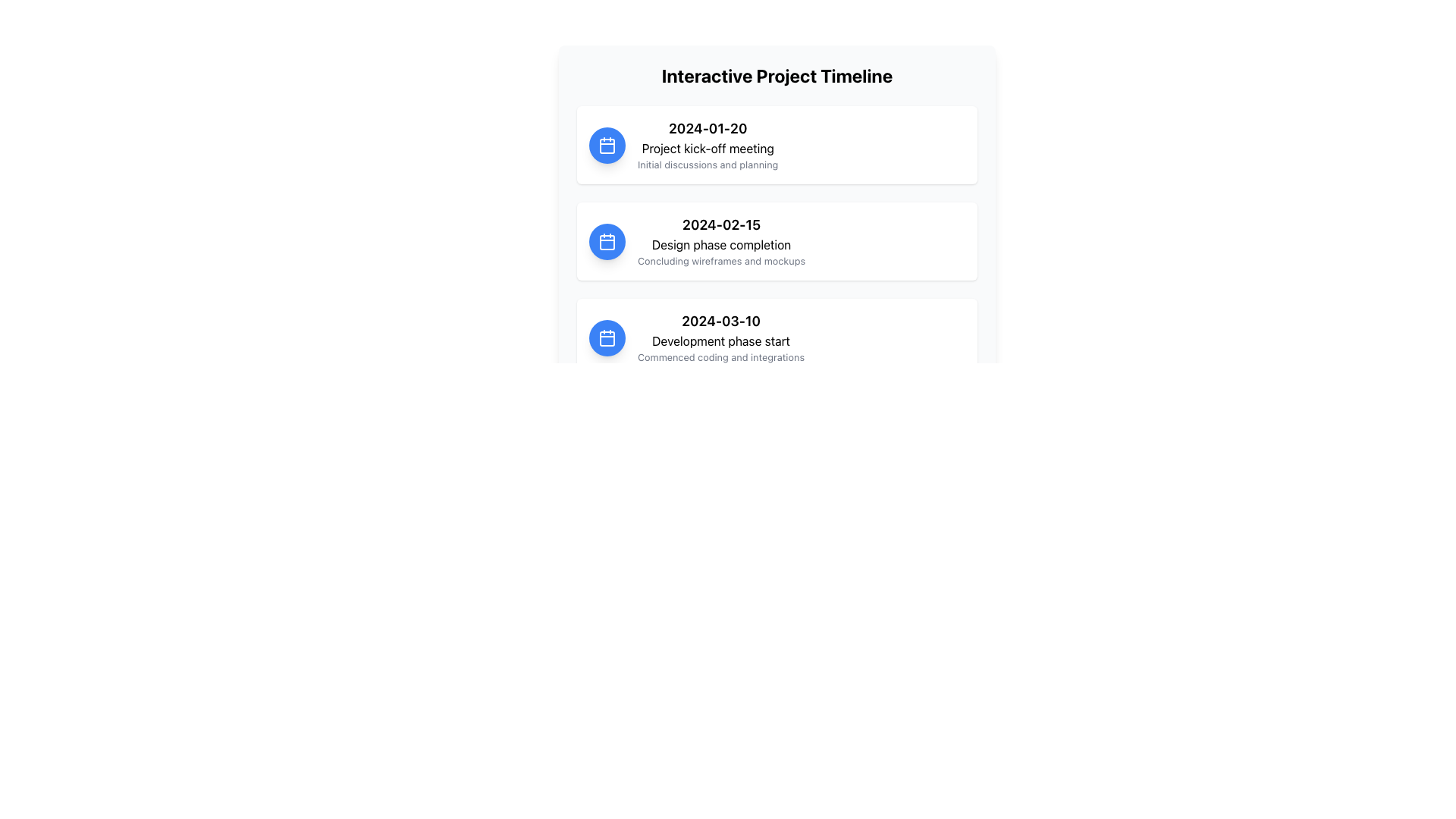 The image size is (1456, 819). What do you see at coordinates (720, 244) in the screenshot?
I see `text element that displays 'Design phase completion', which is bold and underlined, positioned below the date '2024-02-15' and above the description 'Concluding wireframes and mockups'` at bounding box center [720, 244].